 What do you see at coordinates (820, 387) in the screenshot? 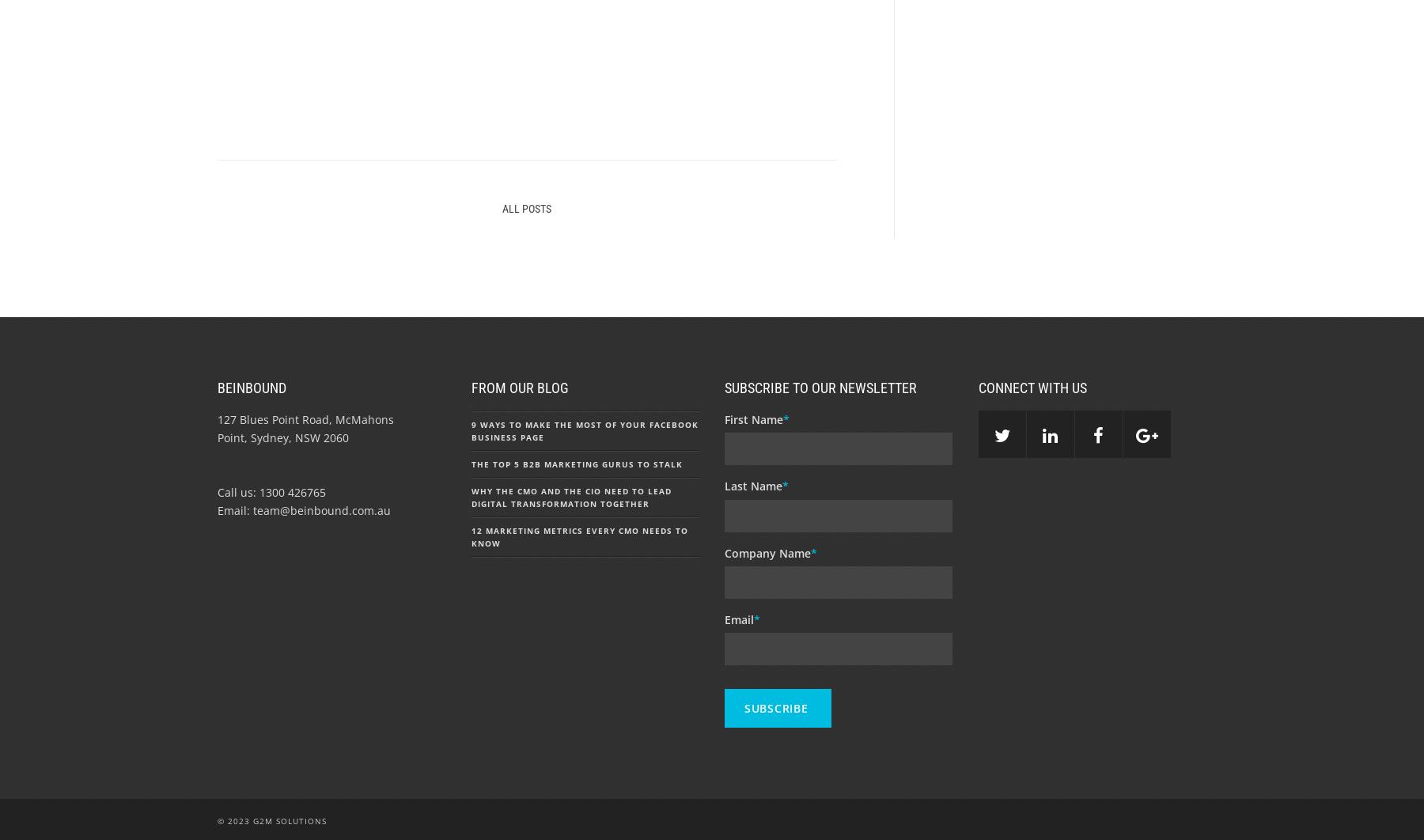
I see `'Subscribe to our Newsletter'` at bounding box center [820, 387].